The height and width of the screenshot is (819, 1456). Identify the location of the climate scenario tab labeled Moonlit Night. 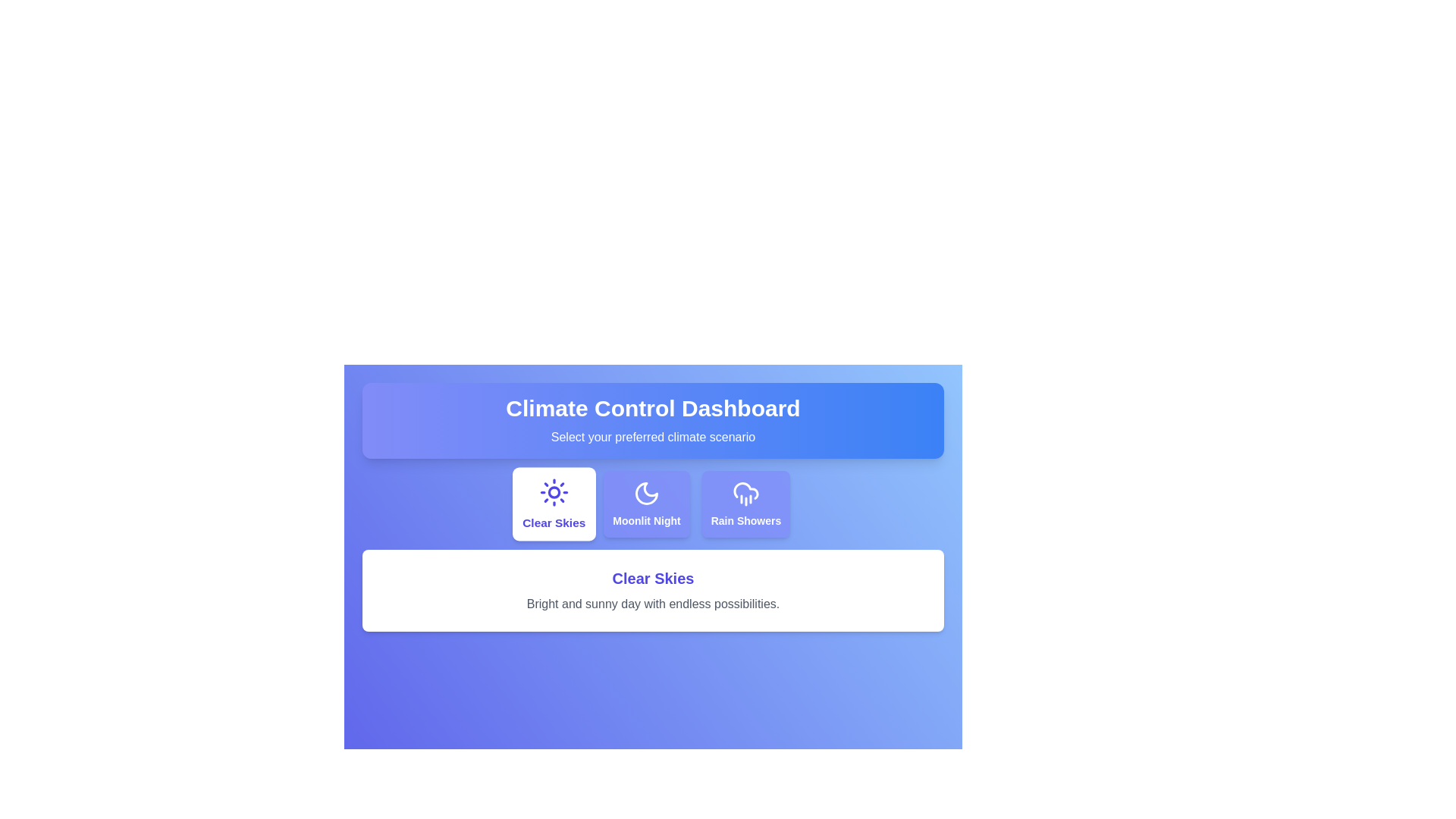
(645, 504).